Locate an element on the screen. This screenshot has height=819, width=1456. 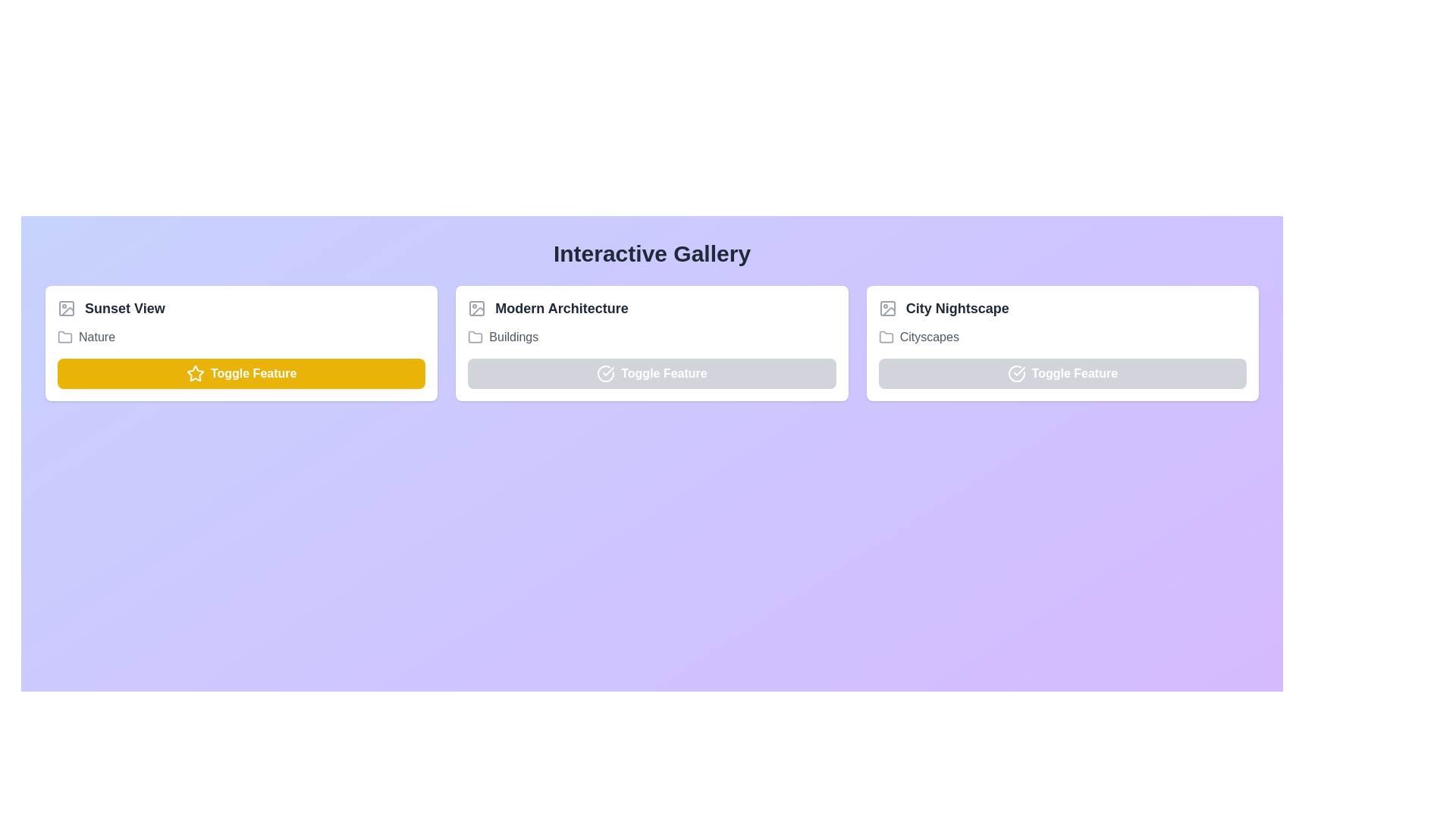
the circular icon with a check mark inside, which is part of the 'Toggle Feature' button in the 'City Nightscape' card is located at coordinates (1016, 374).